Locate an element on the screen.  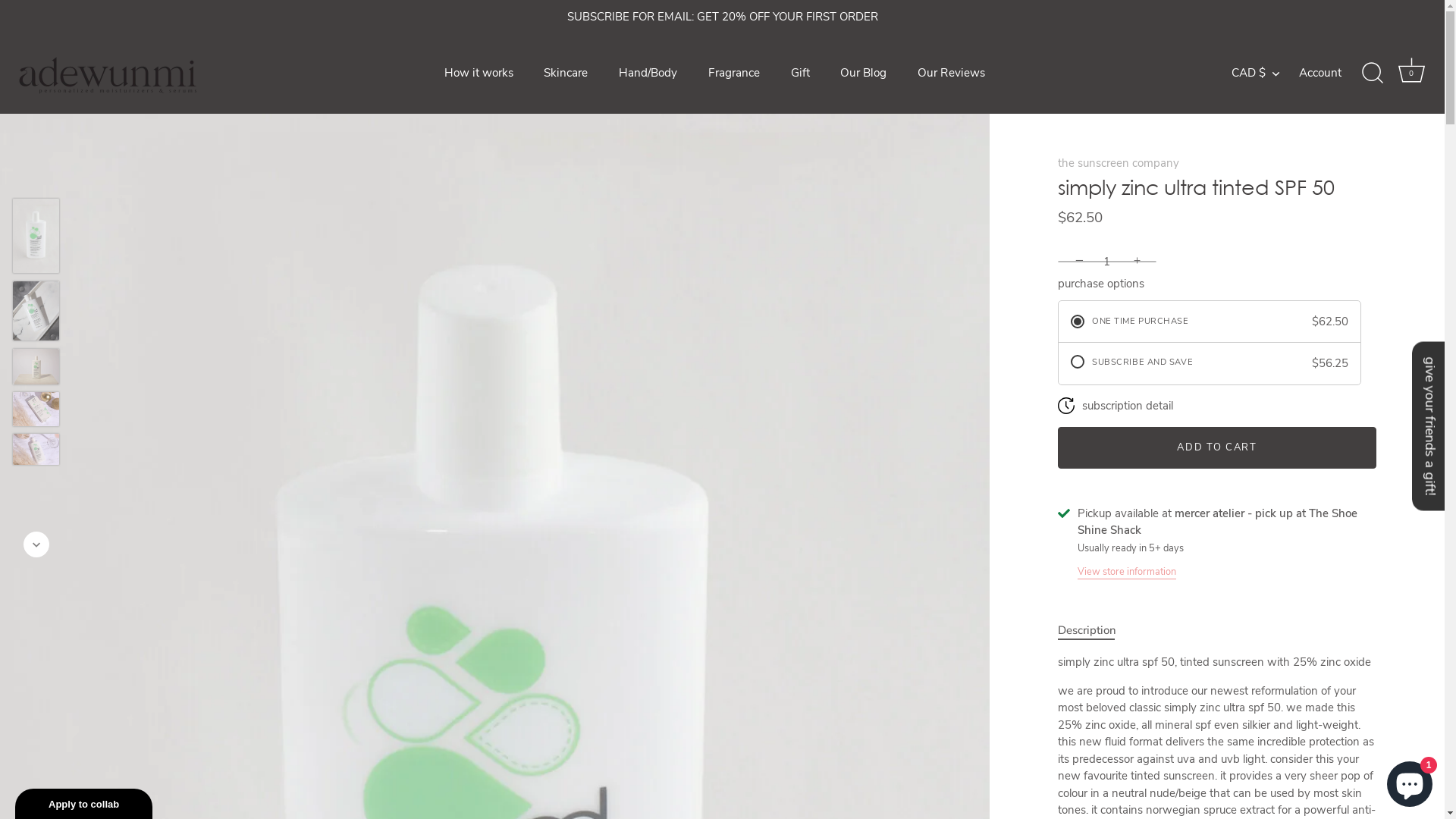
'Account' is located at coordinates (1332, 73).